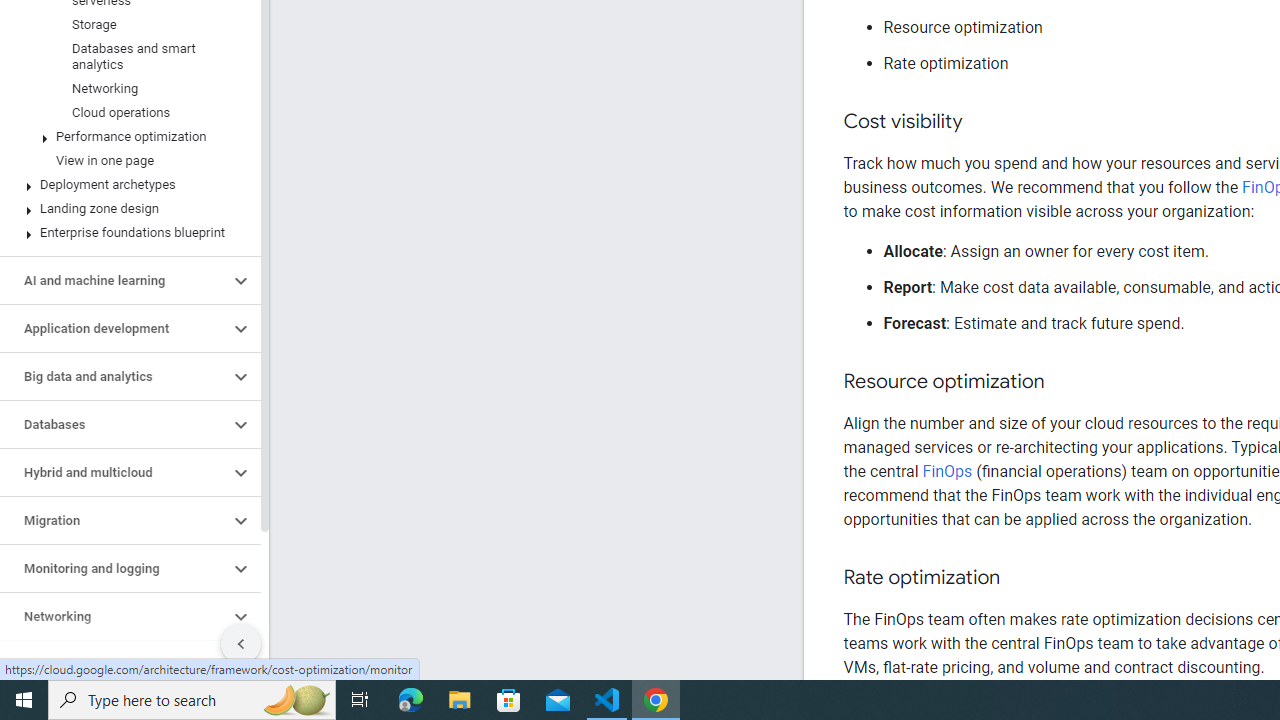 The height and width of the screenshot is (720, 1280). Describe the element at coordinates (125, 185) in the screenshot. I see `'Deployment archetypes'` at that location.